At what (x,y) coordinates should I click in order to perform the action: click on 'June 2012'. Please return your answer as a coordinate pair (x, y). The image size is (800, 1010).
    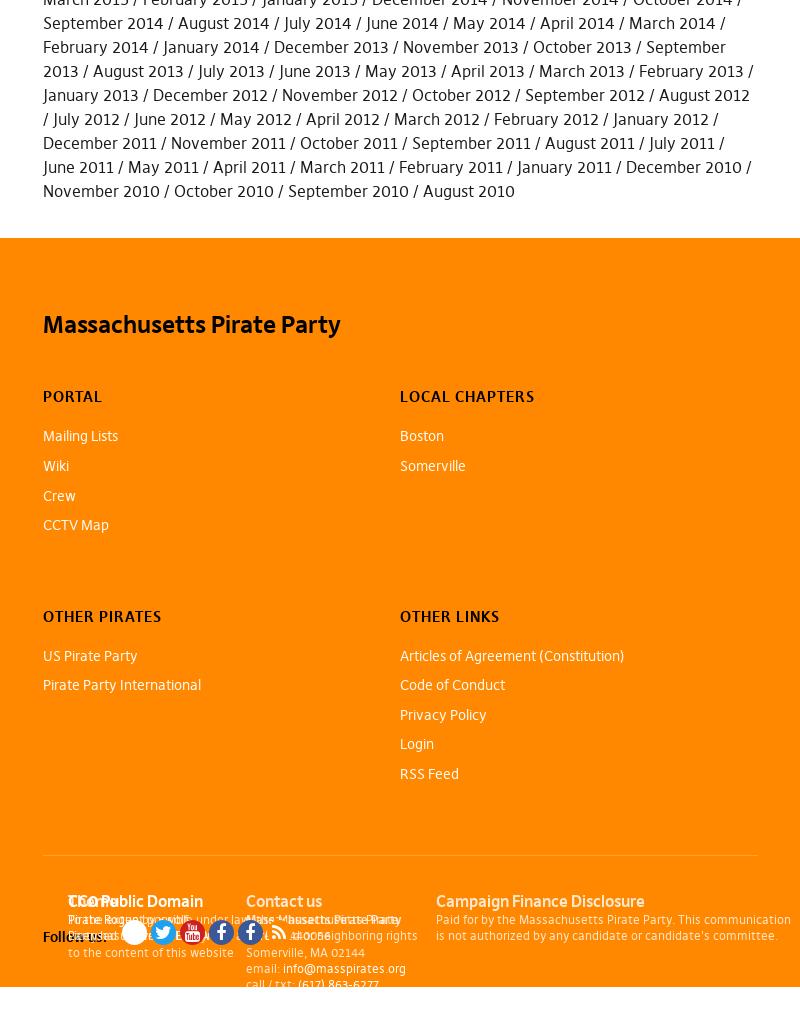
    Looking at the image, I should click on (167, 116).